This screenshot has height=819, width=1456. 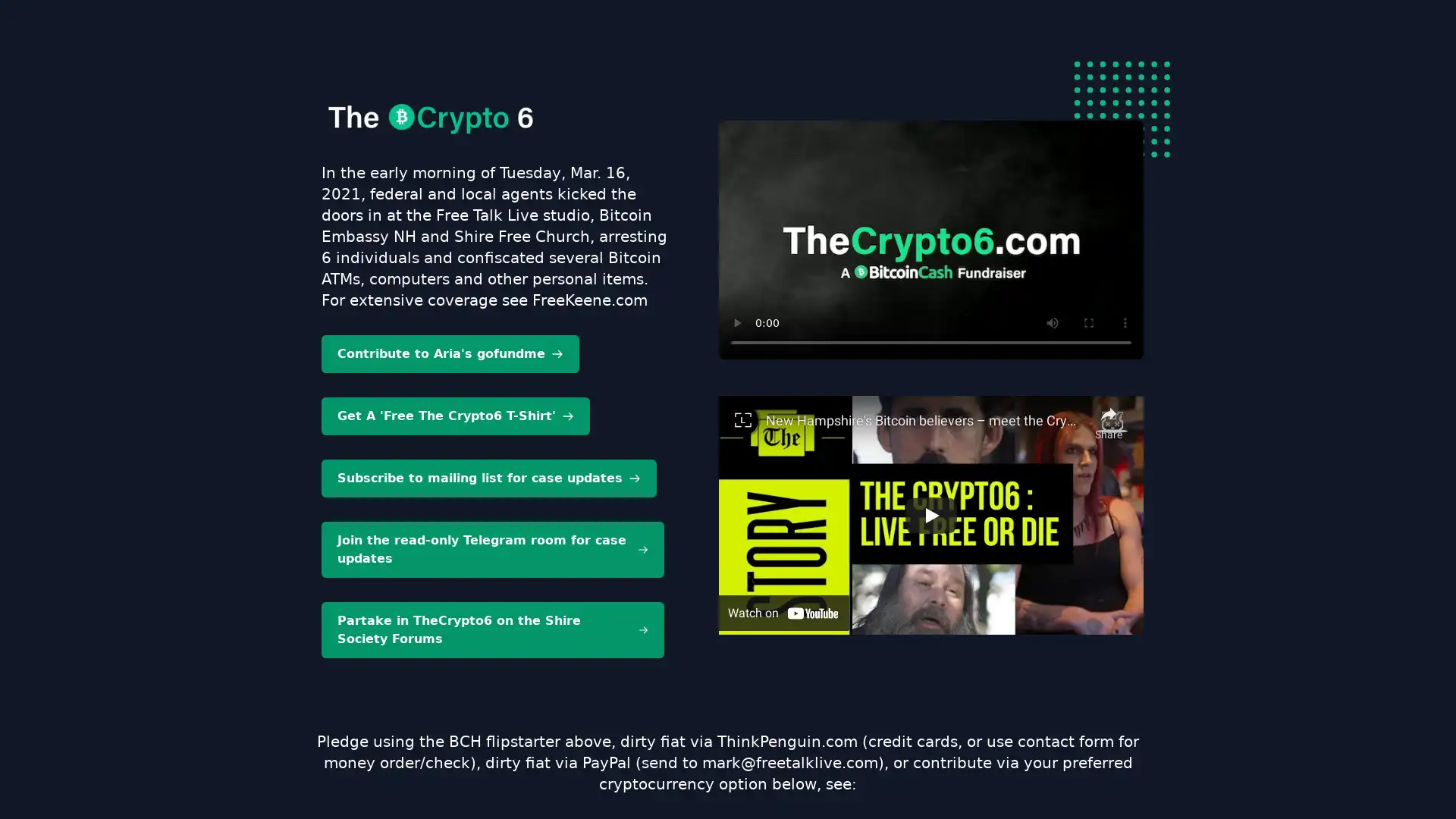 What do you see at coordinates (737, 322) in the screenshot?
I see `play` at bounding box center [737, 322].